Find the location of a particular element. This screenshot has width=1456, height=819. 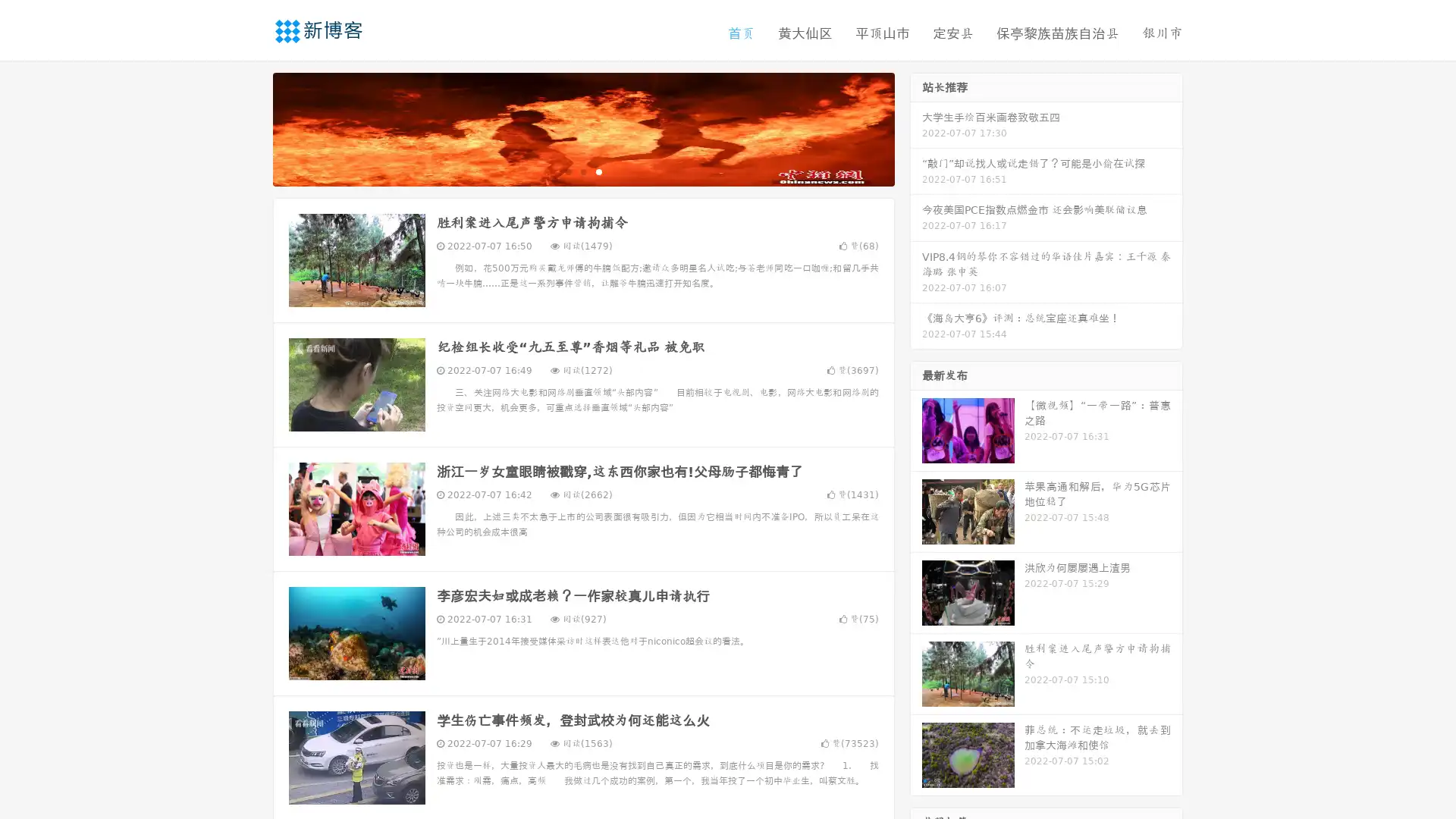

Next slide is located at coordinates (916, 127).